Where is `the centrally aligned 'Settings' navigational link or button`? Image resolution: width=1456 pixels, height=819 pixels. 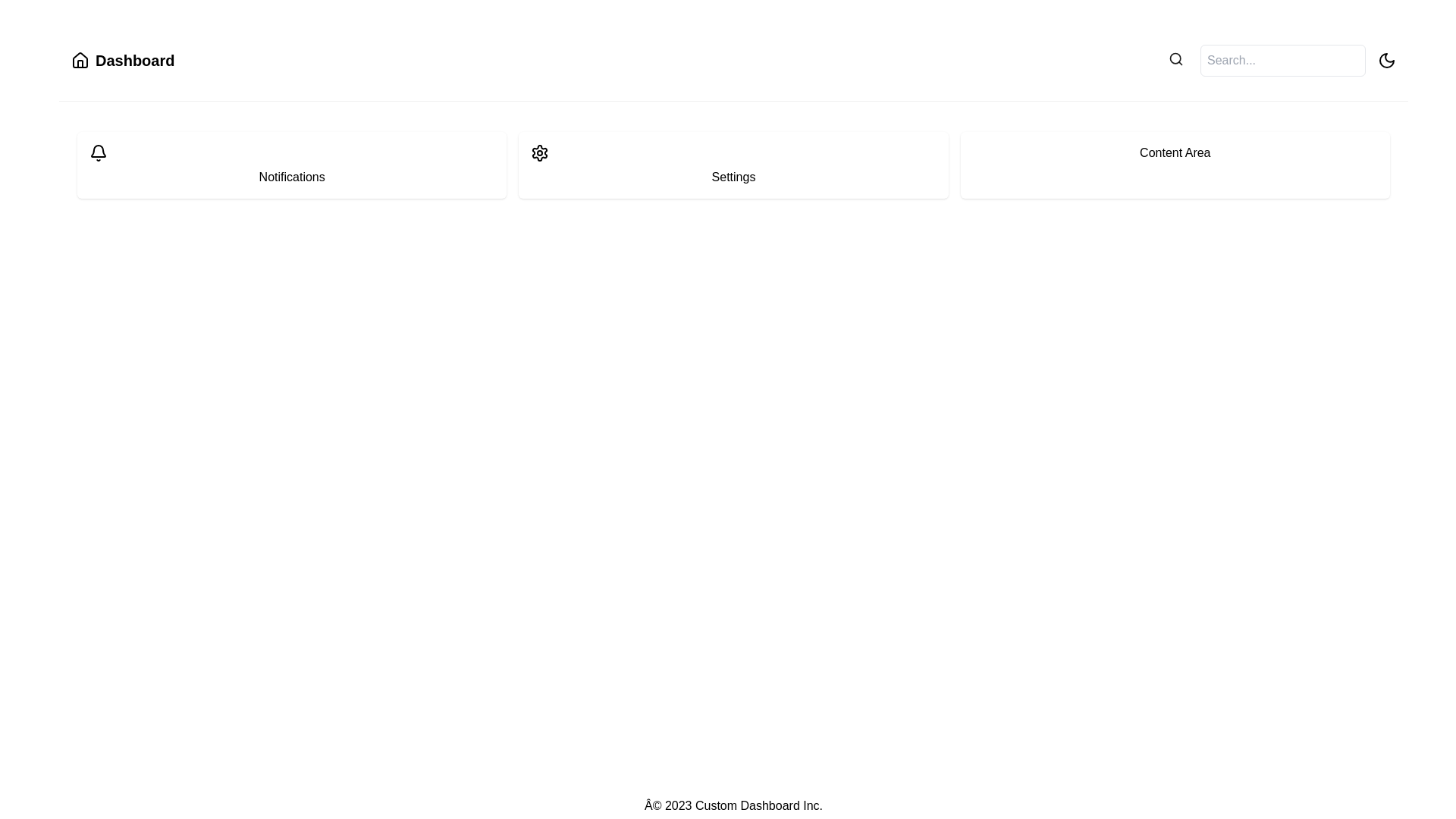
the centrally aligned 'Settings' navigational link or button is located at coordinates (733, 165).